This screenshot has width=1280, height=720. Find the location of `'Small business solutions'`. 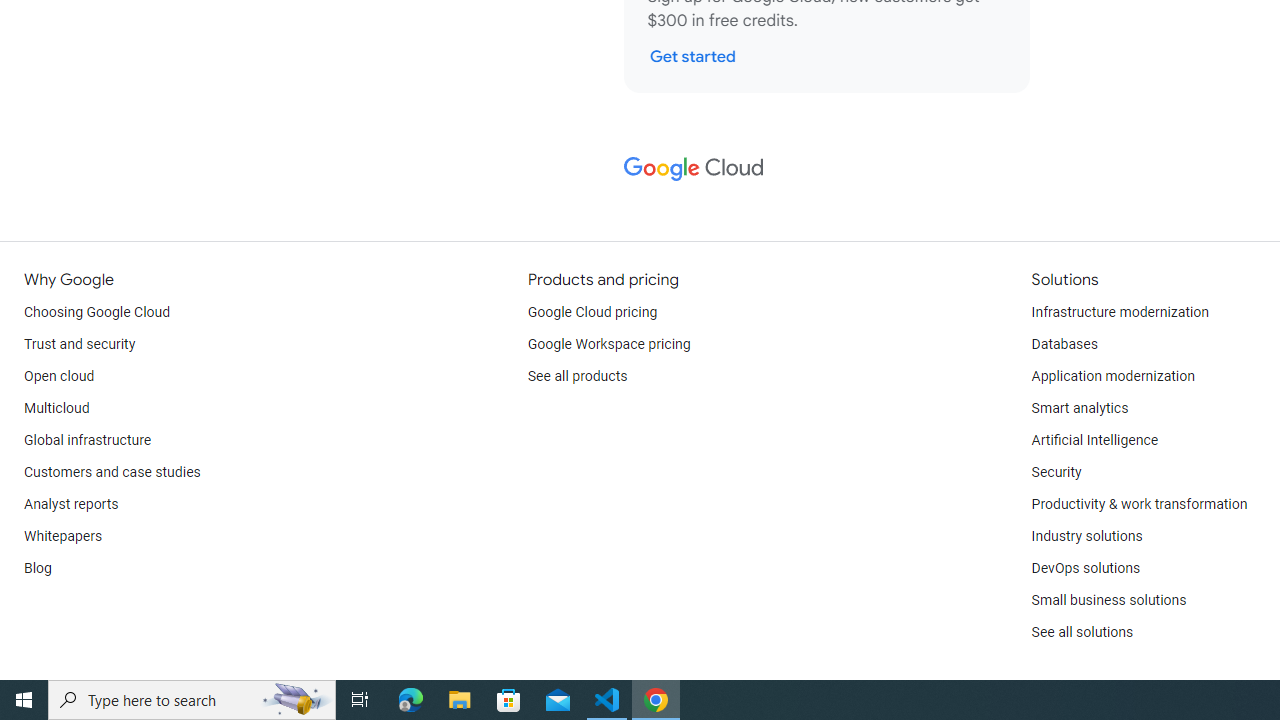

'Small business solutions' is located at coordinates (1107, 599).